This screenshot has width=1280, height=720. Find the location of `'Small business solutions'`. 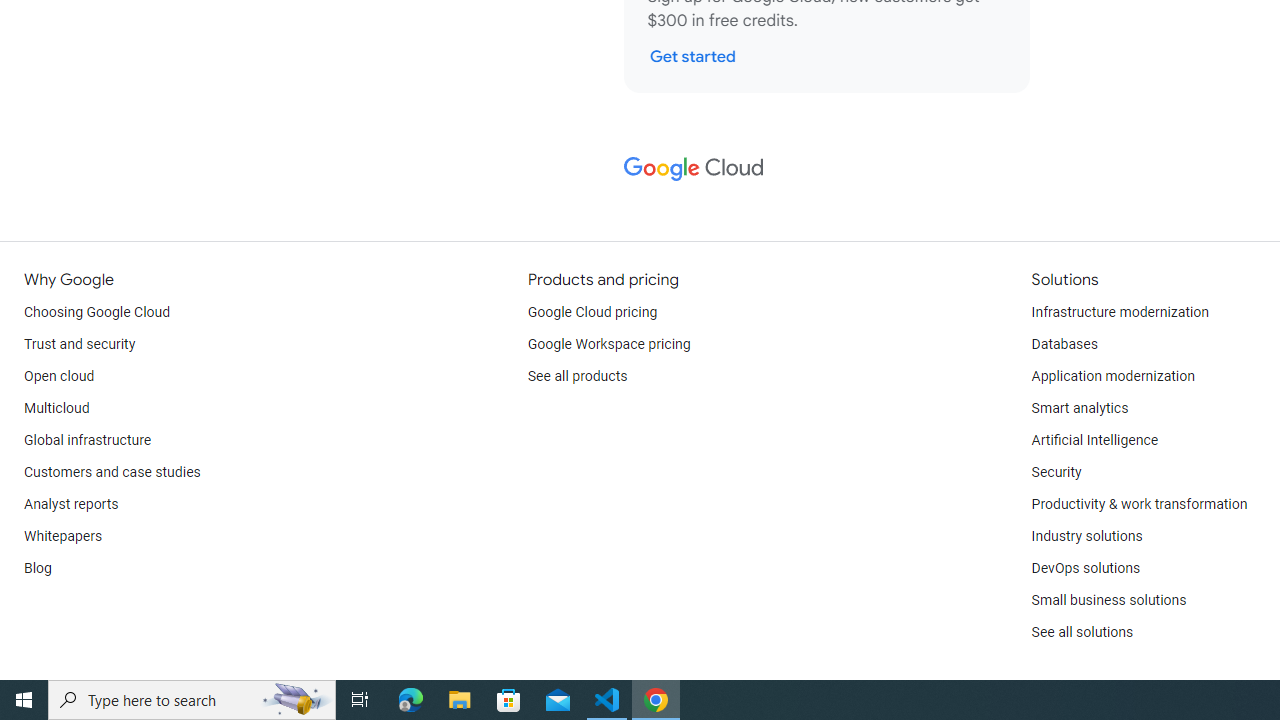

'Small business solutions' is located at coordinates (1107, 599).